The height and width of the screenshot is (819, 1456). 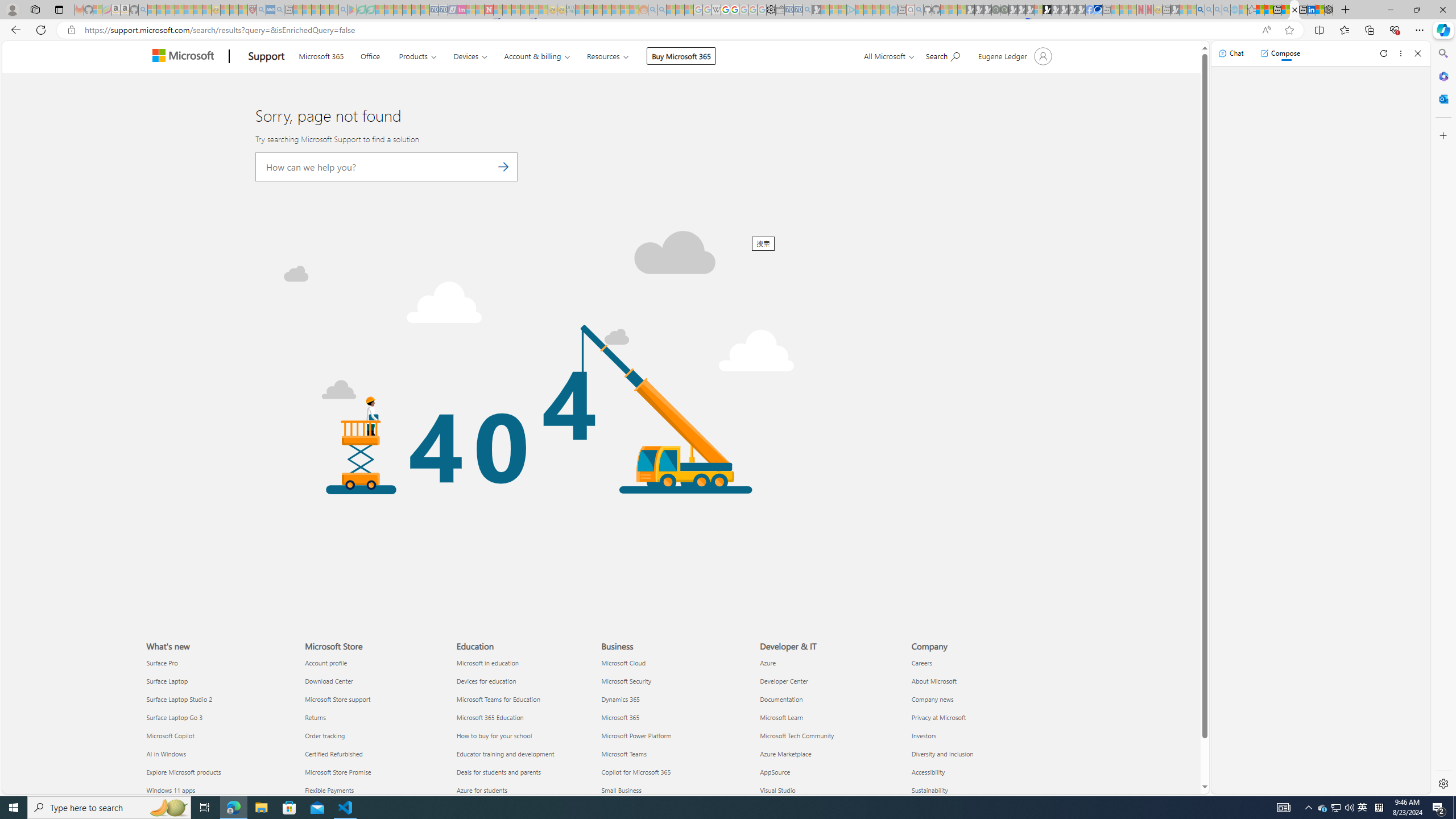 What do you see at coordinates (1312, 9) in the screenshot?
I see `'LinkedIn'` at bounding box center [1312, 9].